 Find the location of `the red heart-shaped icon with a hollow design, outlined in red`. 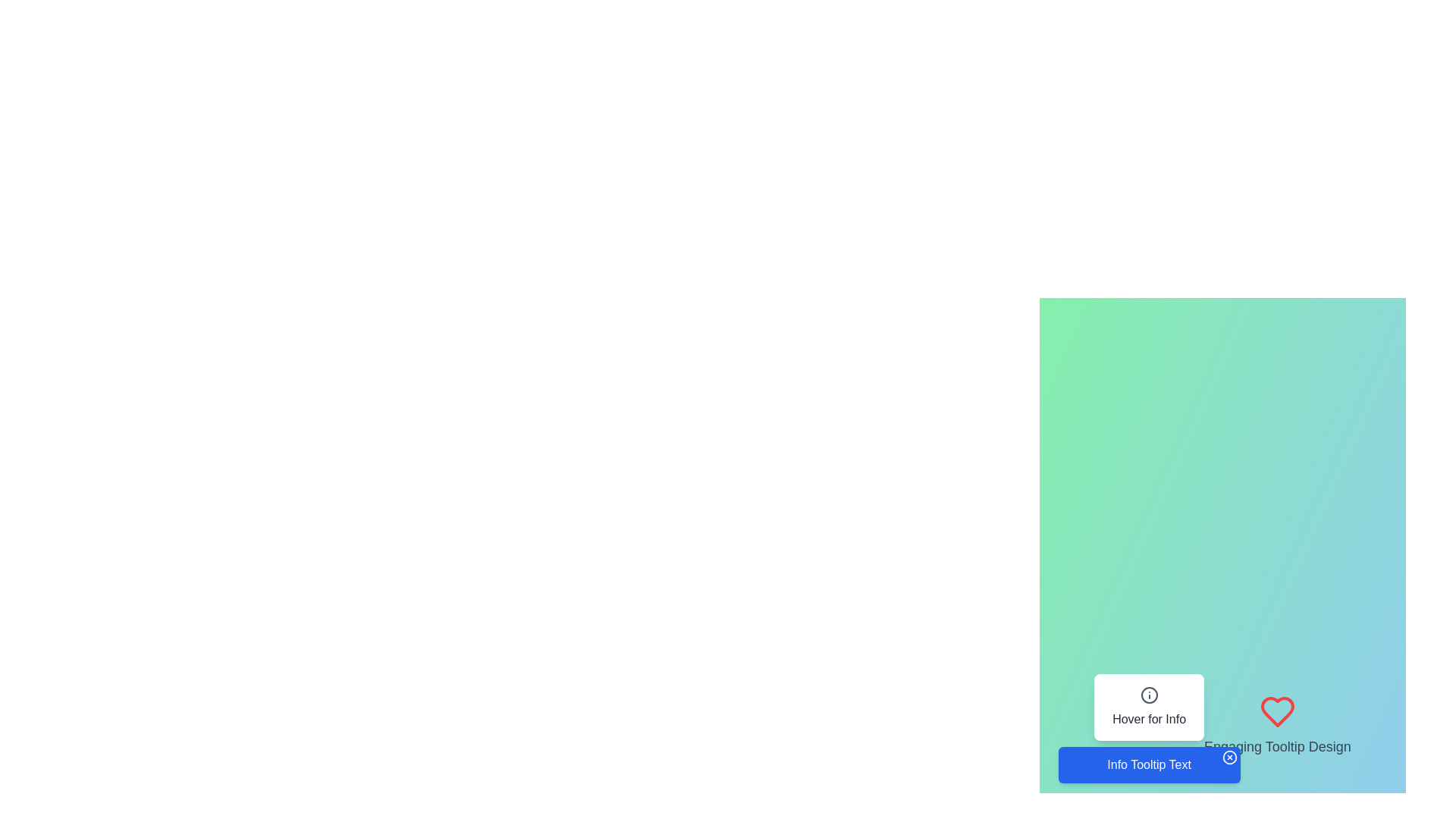

the red heart-shaped icon with a hollow design, outlined in red is located at coordinates (1276, 711).